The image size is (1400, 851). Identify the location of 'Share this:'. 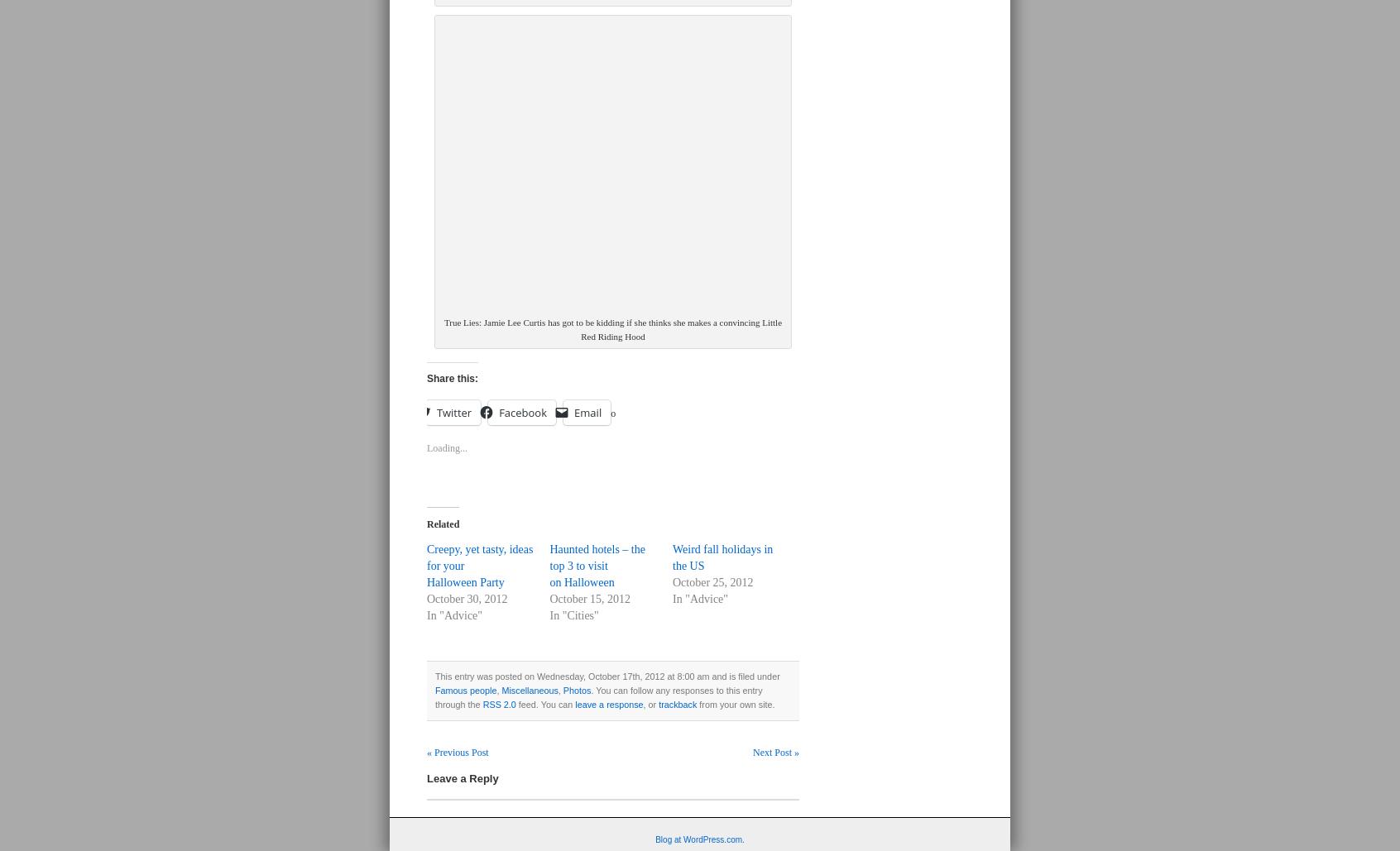
(427, 377).